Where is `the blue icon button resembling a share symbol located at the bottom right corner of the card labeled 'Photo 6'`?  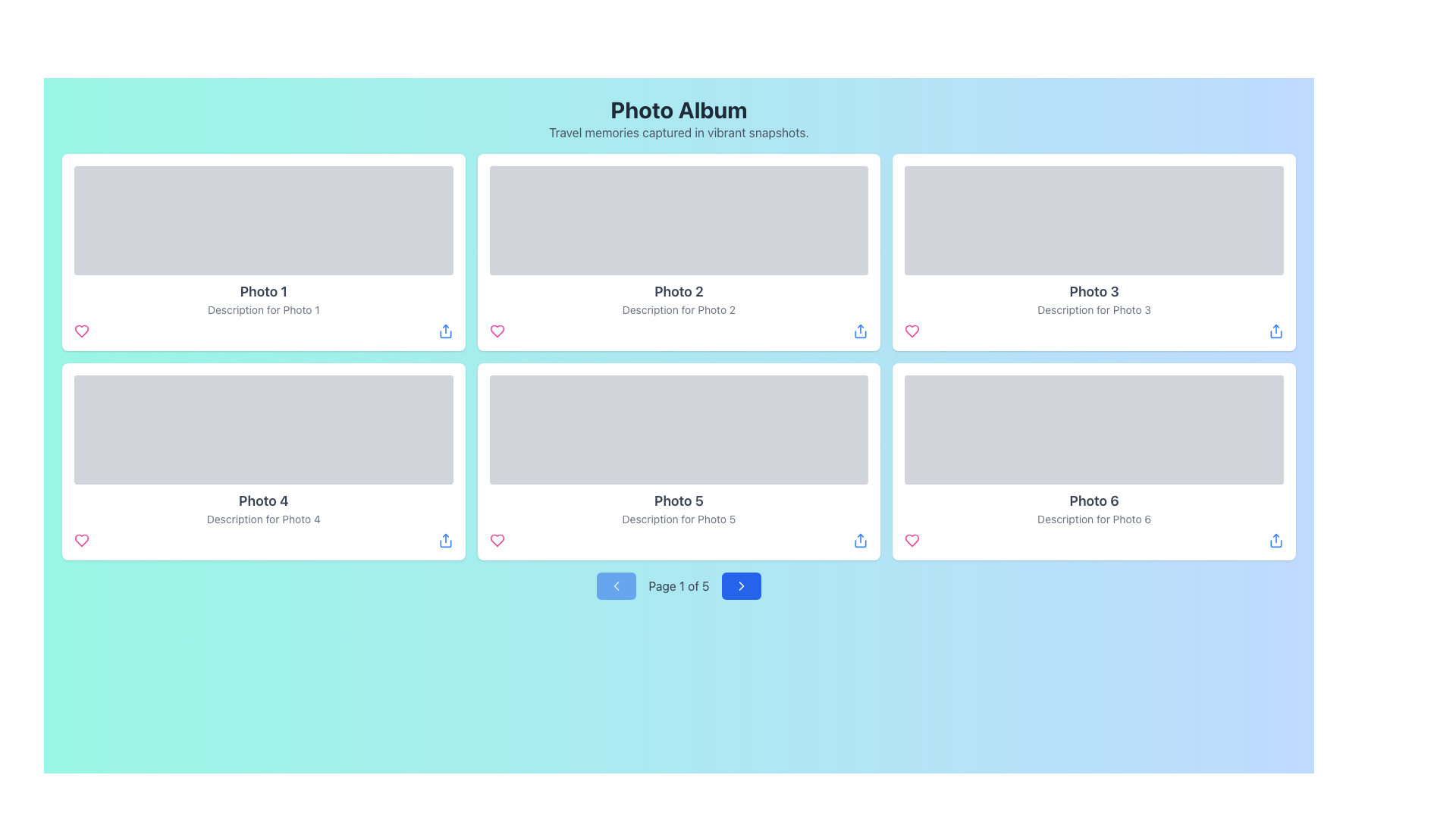 the blue icon button resembling a share symbol located at the bottom right corner of the card labeled 'Photo 6' is located at coordinates (1276, 330).